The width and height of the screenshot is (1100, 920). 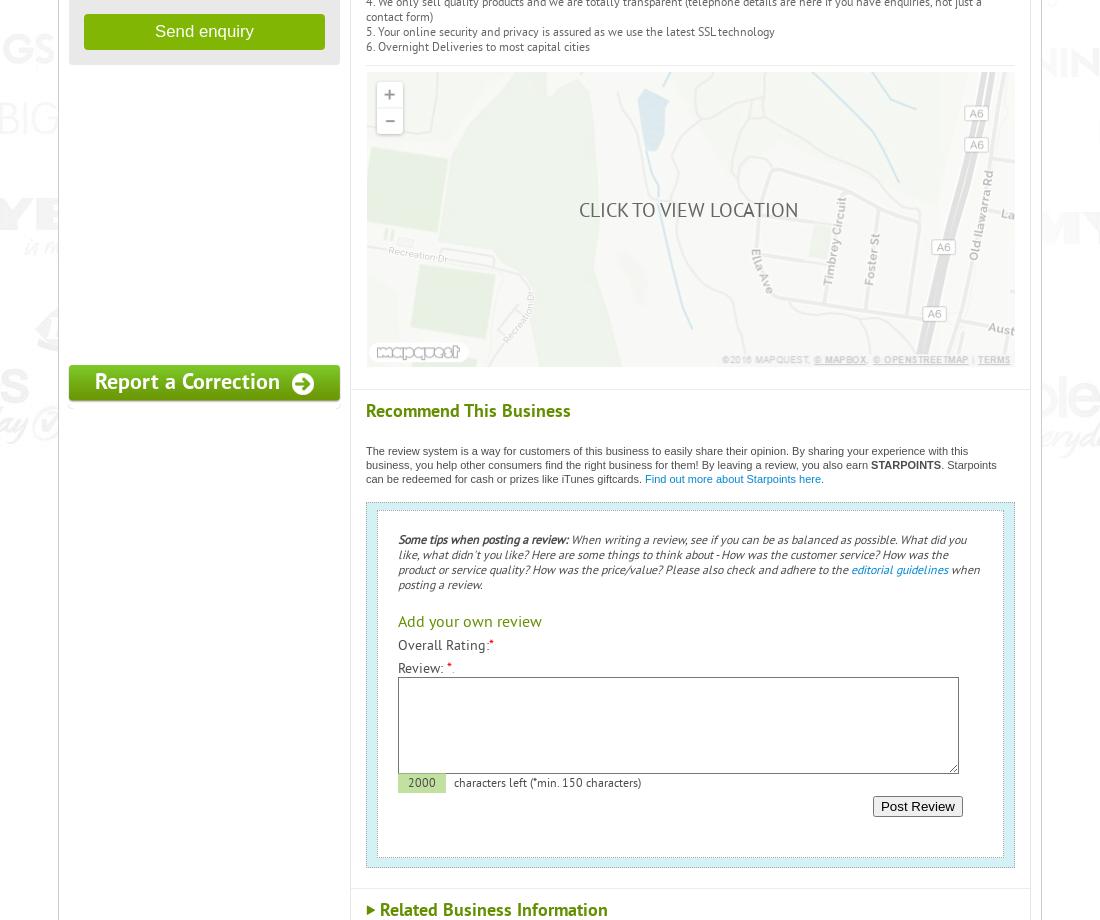 I want to click on '6. Overnight Deliveries to most capital cities', so click(x=476, y=47).